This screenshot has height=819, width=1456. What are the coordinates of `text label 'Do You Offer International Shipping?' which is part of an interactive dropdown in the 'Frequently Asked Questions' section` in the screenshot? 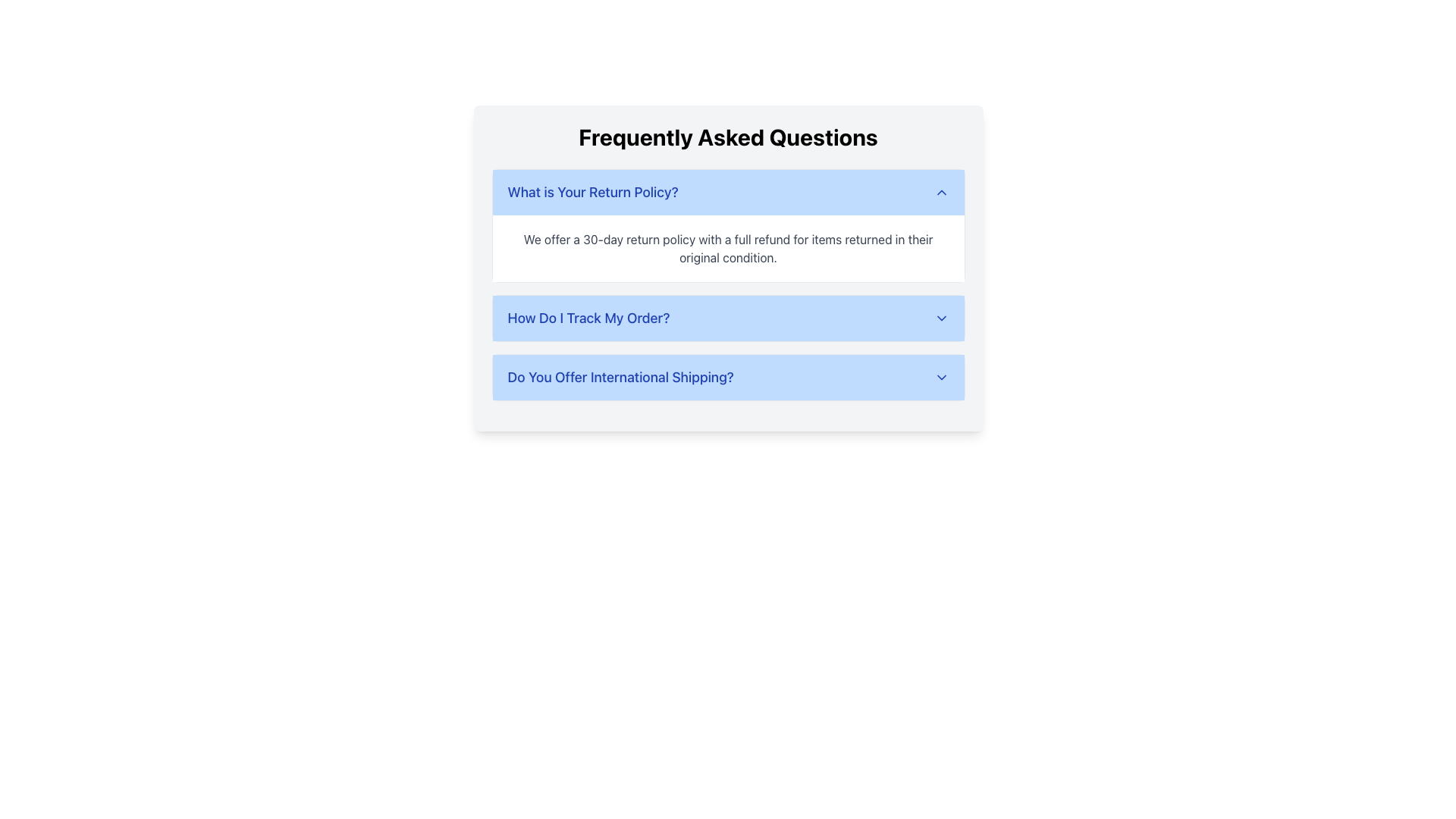 It's located at (620, 376).